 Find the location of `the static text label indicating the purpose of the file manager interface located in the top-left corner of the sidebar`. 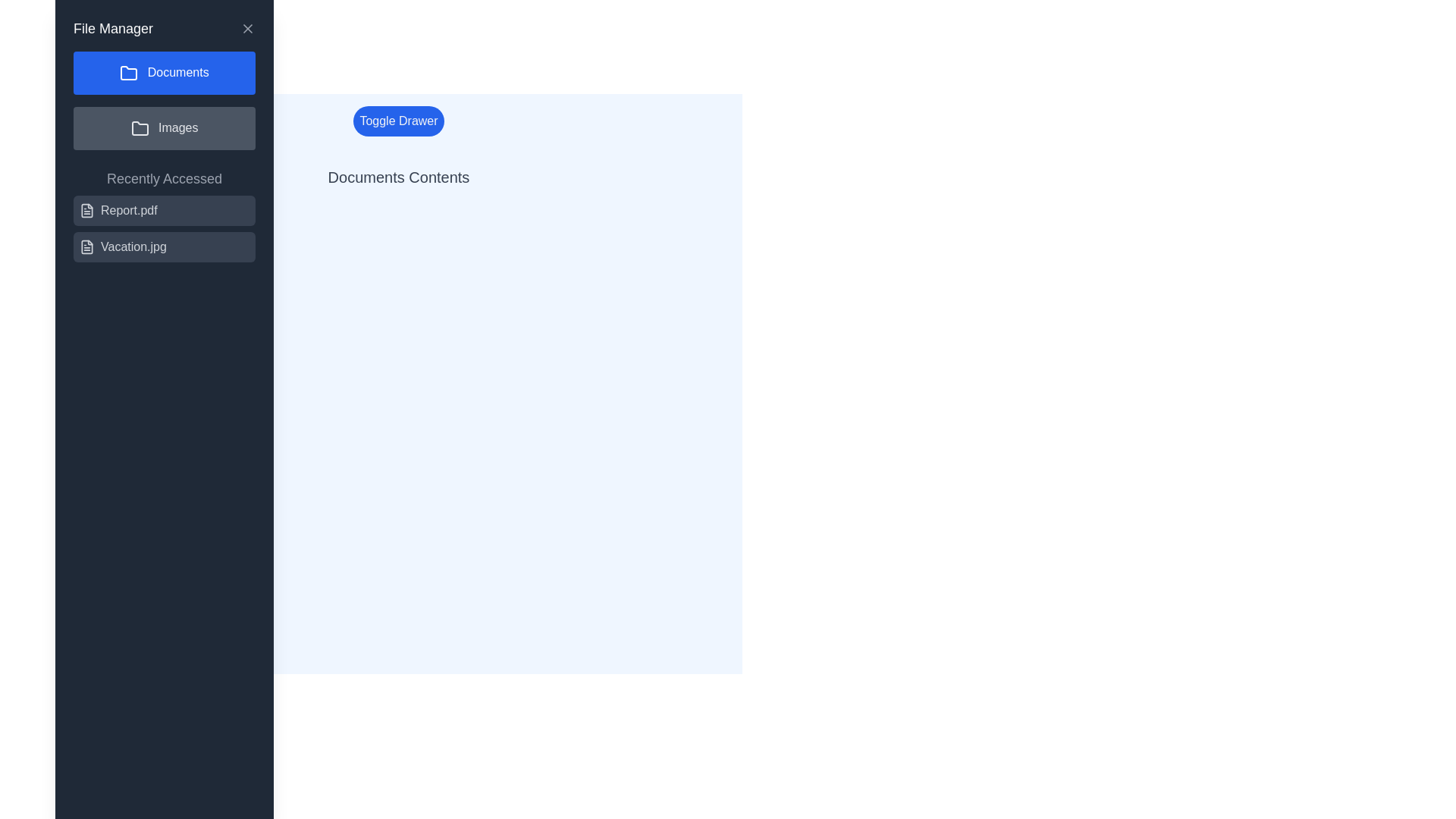

the static text label indicating the purpose of the file manager interface located in the top-left corner of the sidebar is located at coordinates (112, 29).